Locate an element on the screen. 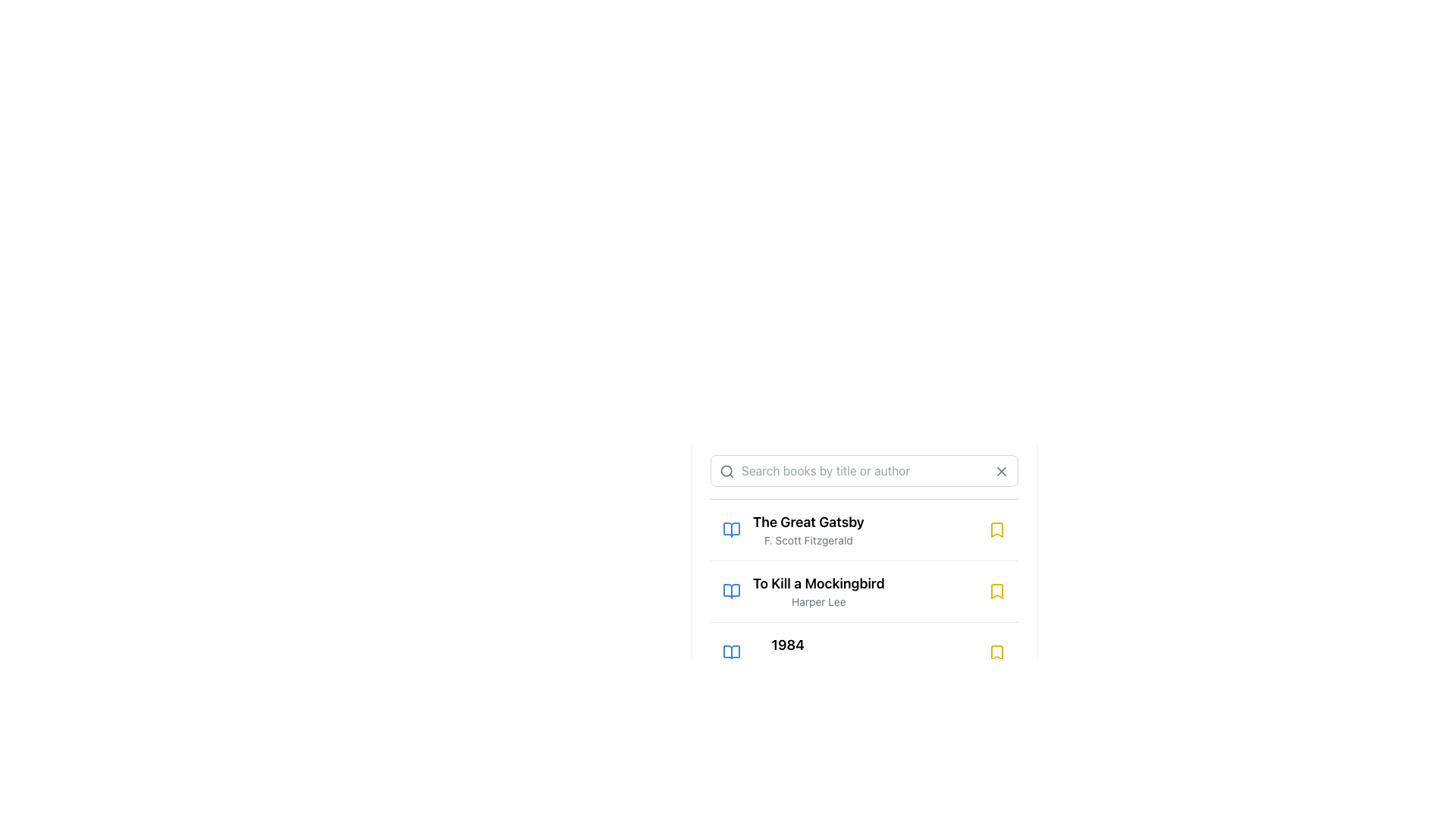 The width and height of the screenshot is (1456, 819). text label displaying 'F. Scott Fitzgerald', which is a small gray font located immediately below the title 'The Great Gatsby' is located at coordinates (808, 540).